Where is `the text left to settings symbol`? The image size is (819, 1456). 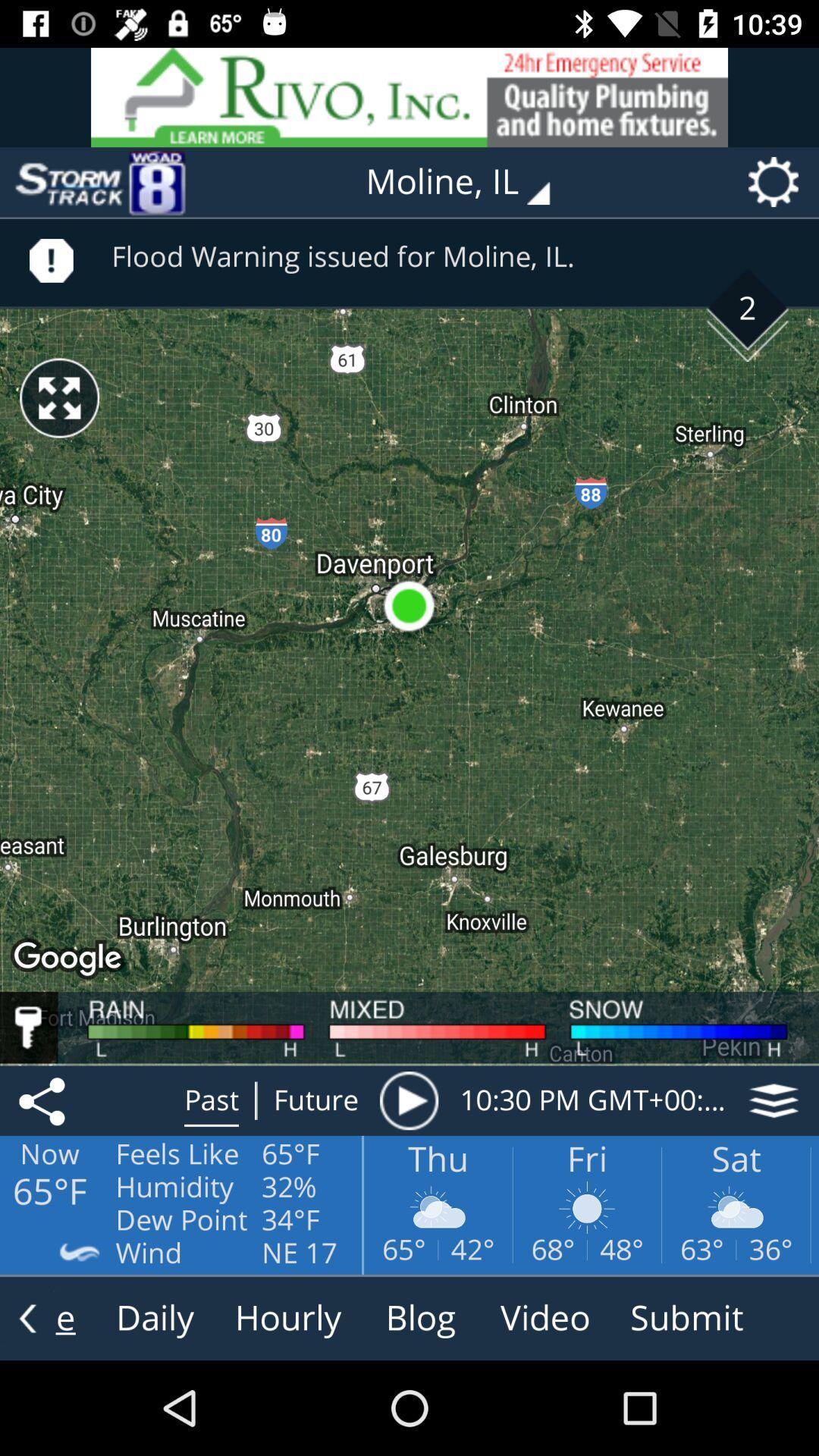 the text left to settings symbol is located at coordinates (468, 182).